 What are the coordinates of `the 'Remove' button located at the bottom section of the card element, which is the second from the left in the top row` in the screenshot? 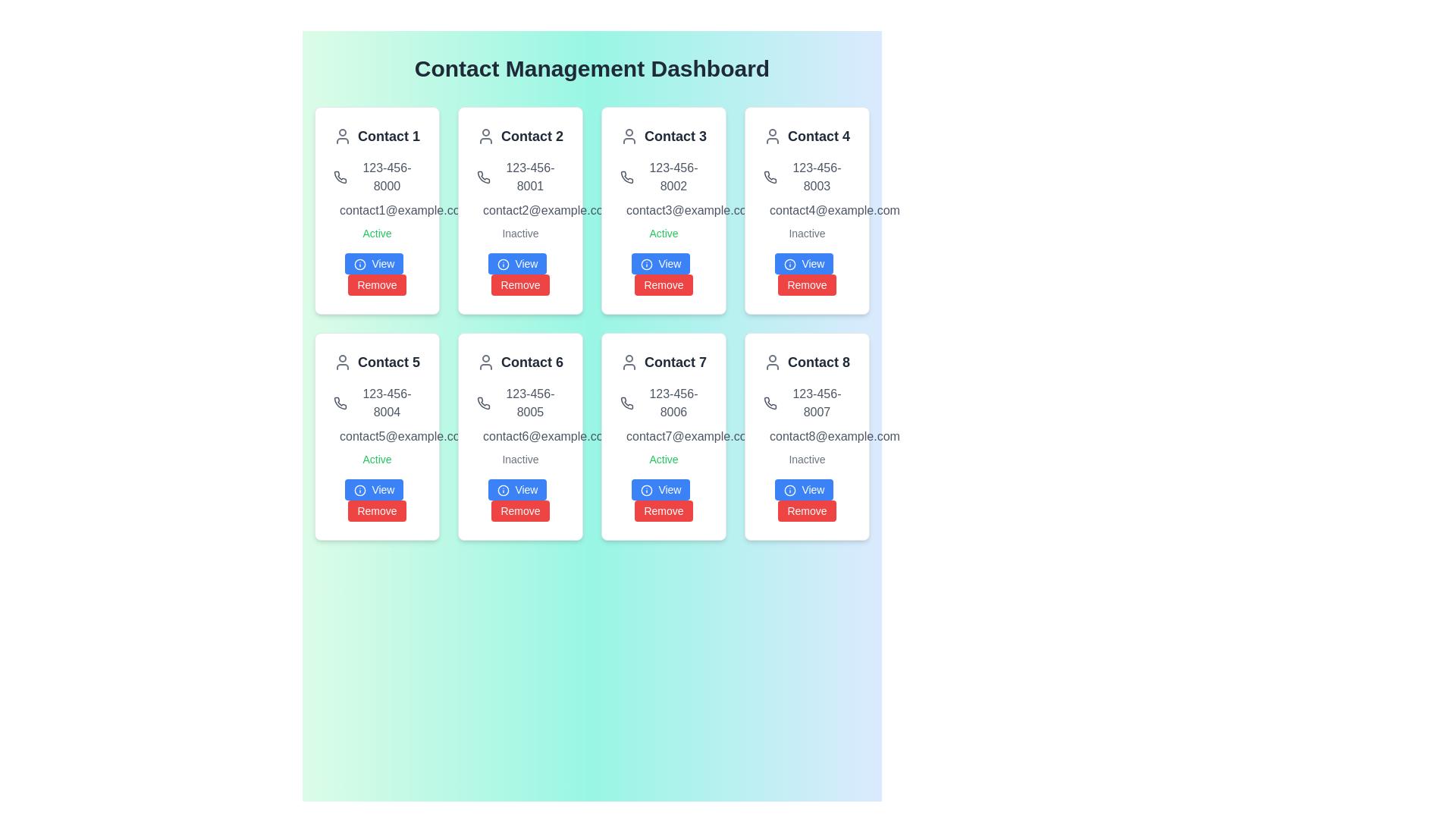 It's located at (520, 284).